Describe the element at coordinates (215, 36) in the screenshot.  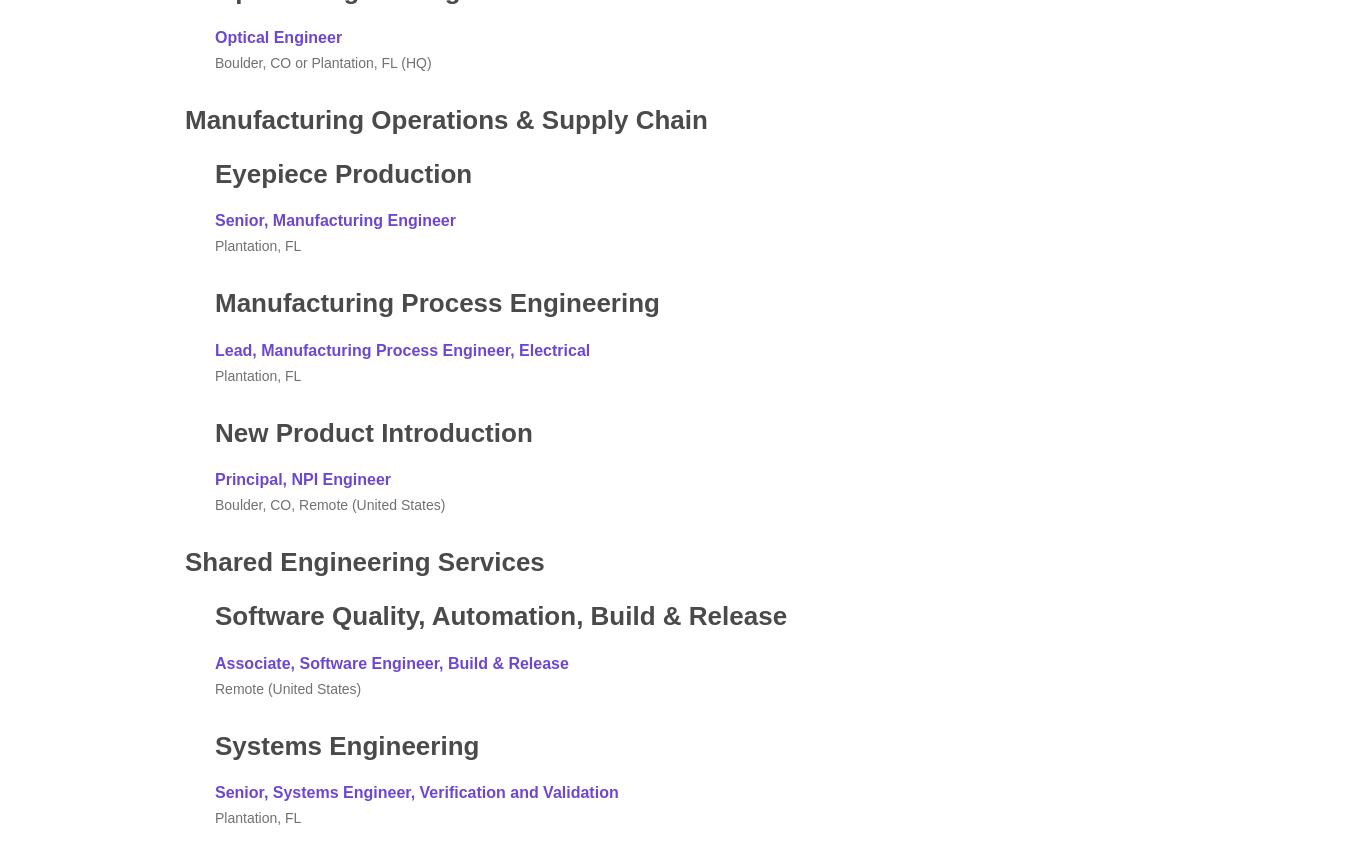
I see `'Optical Engineer'` at that location.